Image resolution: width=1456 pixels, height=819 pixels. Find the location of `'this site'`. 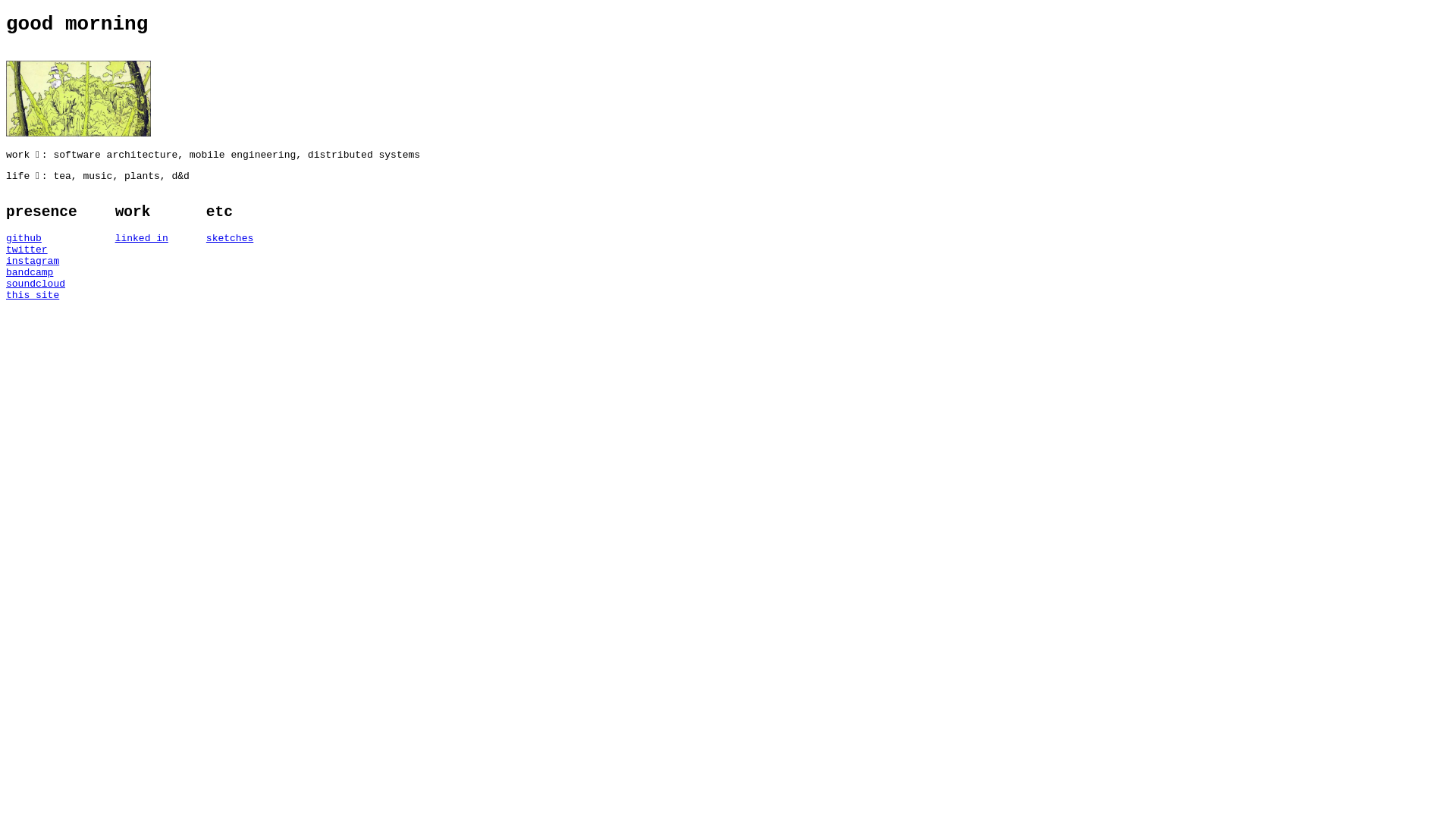

'this site' is located at coordinates (41, 295).